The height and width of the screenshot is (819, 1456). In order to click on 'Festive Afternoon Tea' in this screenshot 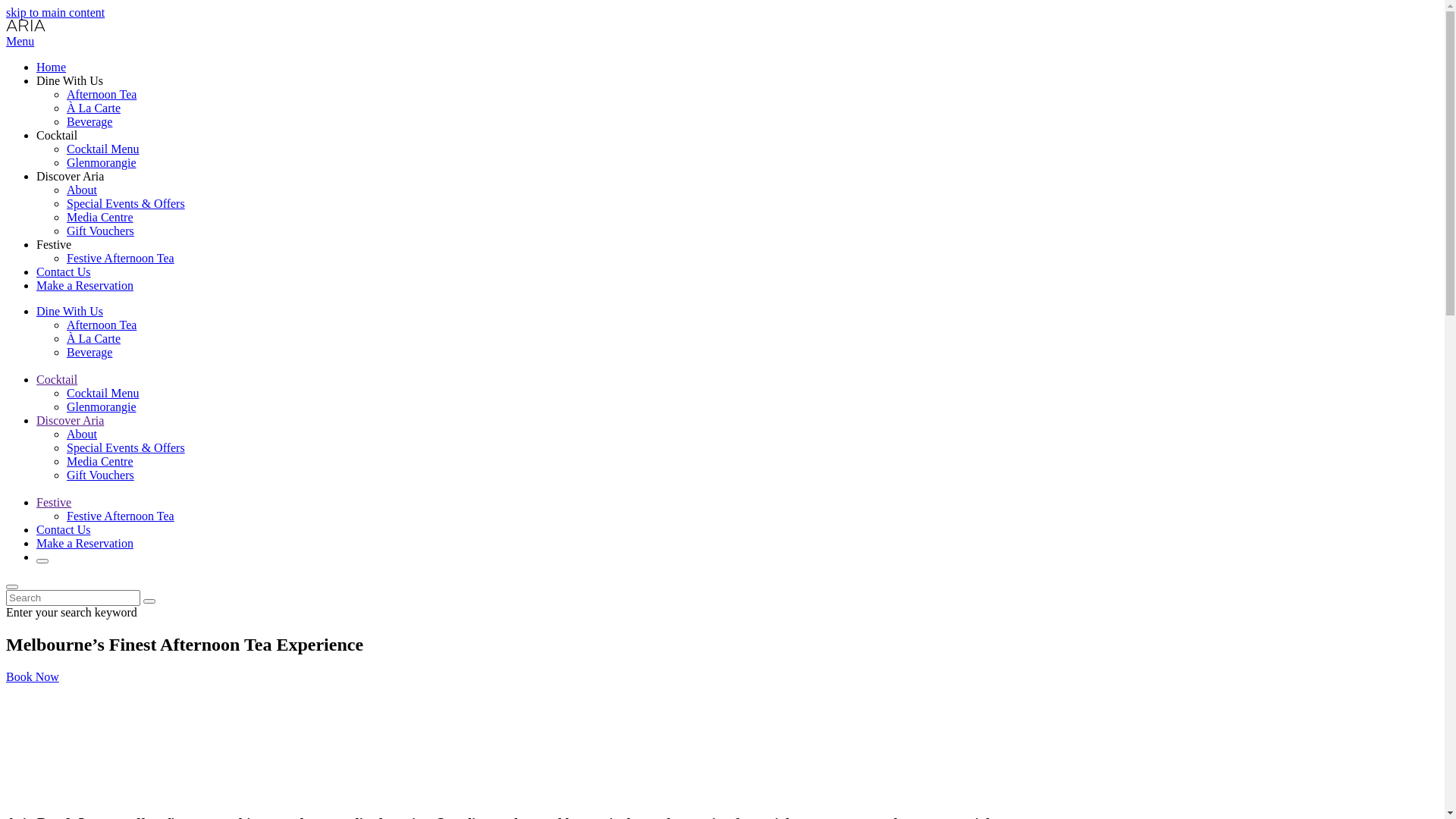, I will do `click(65, 257)`.